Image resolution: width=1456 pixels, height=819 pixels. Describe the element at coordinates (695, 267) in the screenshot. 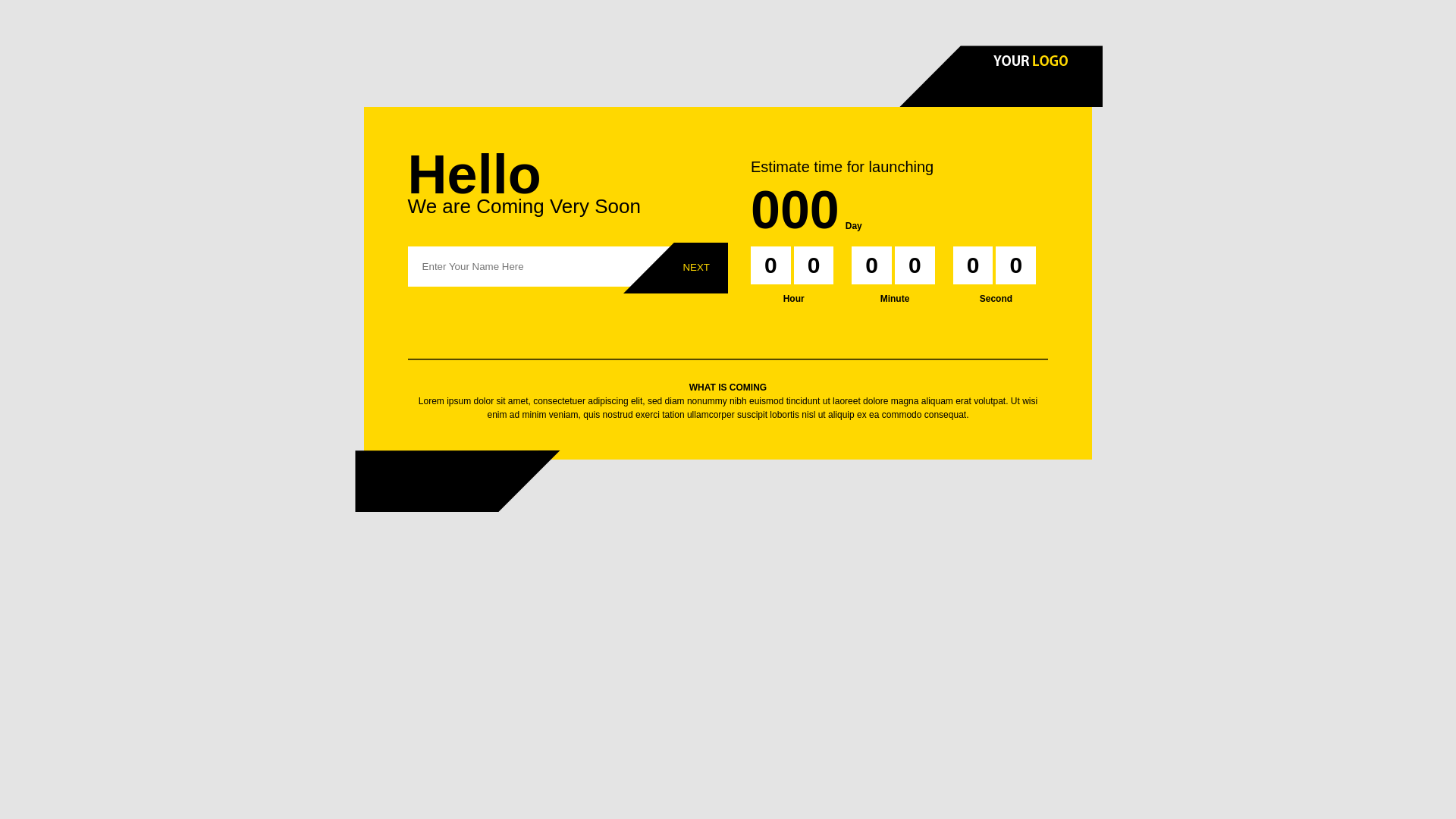

I see `'Next'` at that location.